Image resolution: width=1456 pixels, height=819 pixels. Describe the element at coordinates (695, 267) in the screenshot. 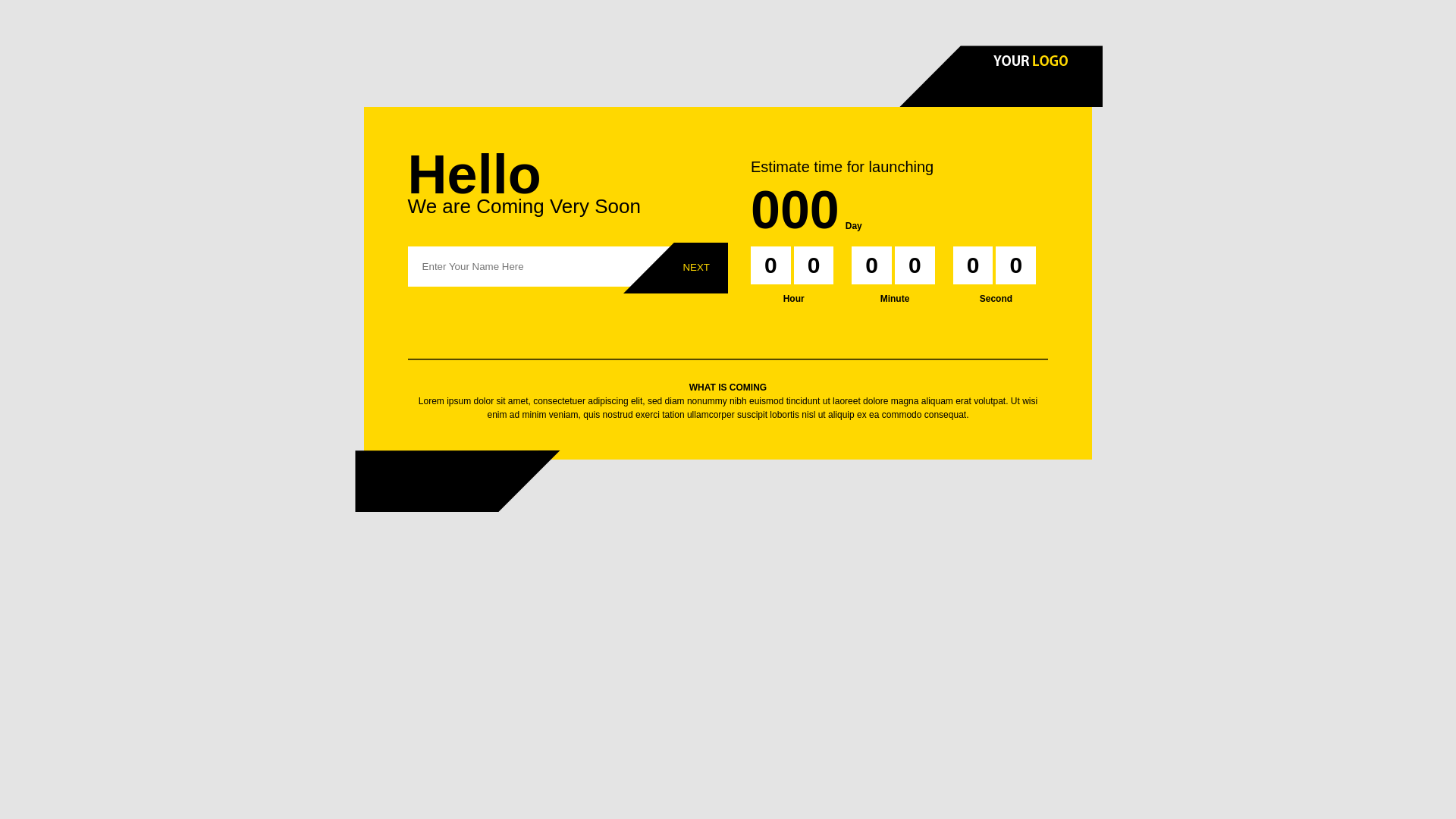

I see `'Next'` at that location.